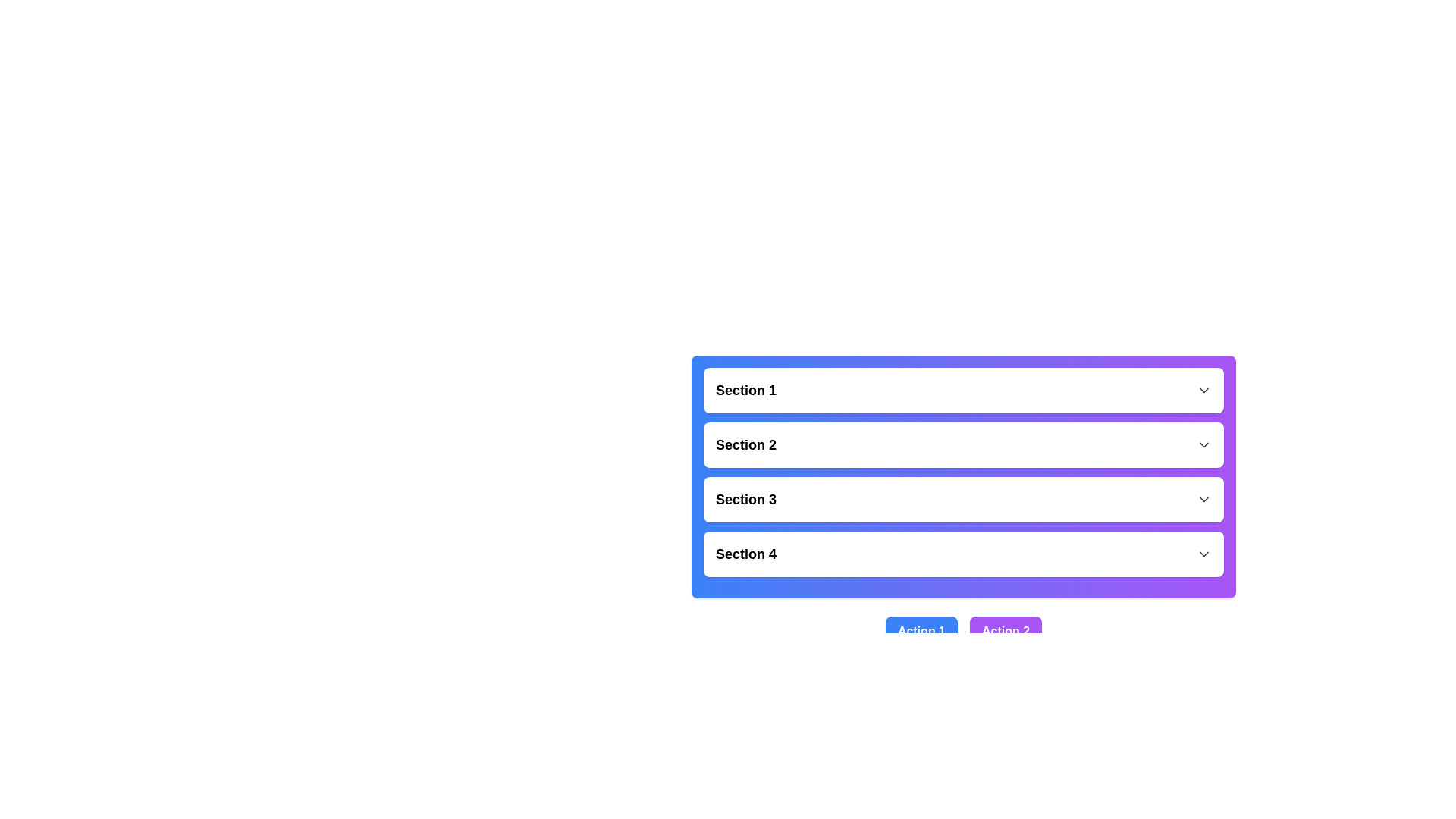 This screenshot has width=1456, height=819. I want to click on the expandable list item labeled 'Section 4', so click(963, 554).